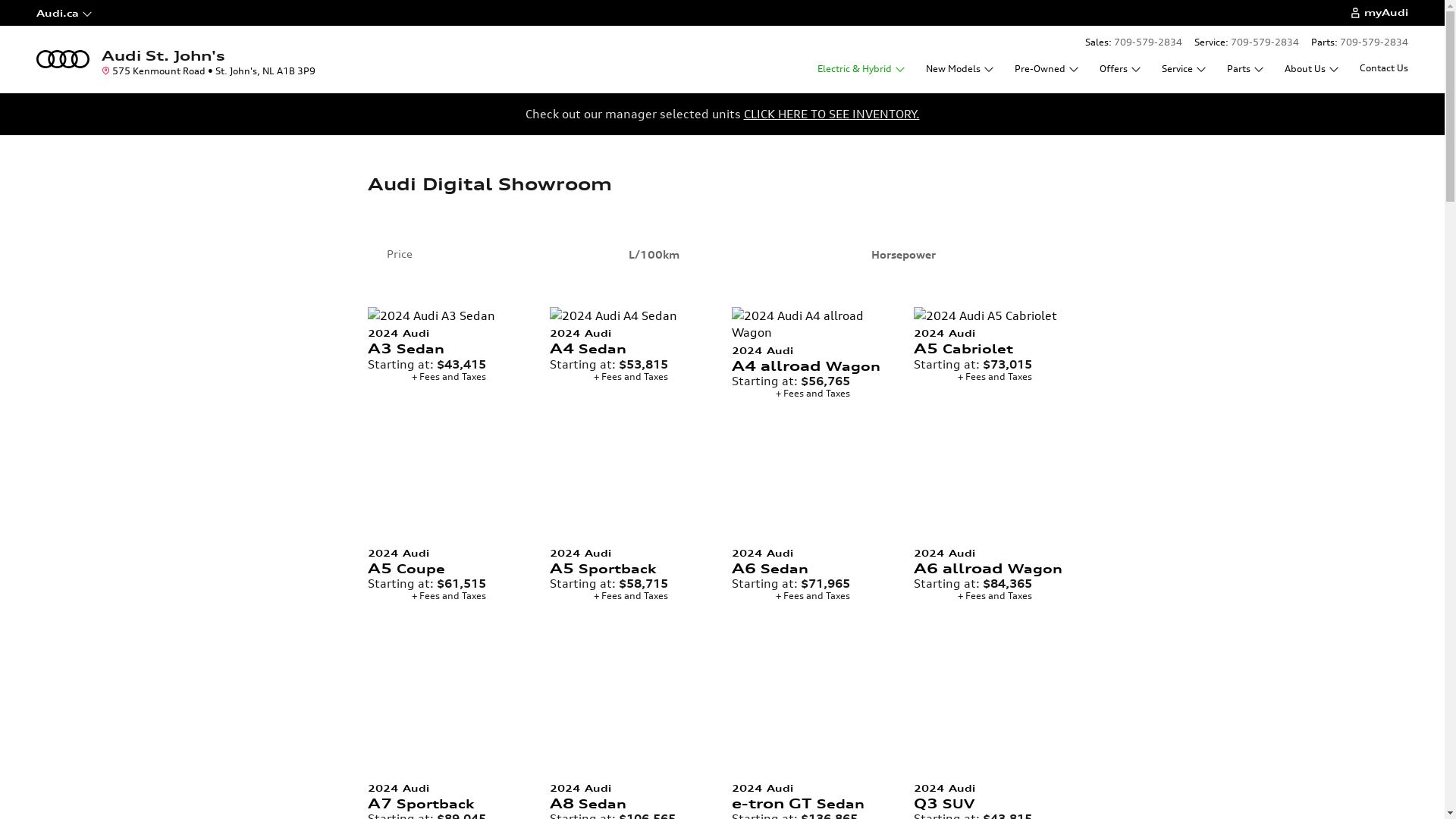 This screenshot has height=819, width=1456. What do you see at coordinates (731, 541) in the screenshot?
I see `'2024 Audi A6 Sedan '` at bounding box center [731, 541].